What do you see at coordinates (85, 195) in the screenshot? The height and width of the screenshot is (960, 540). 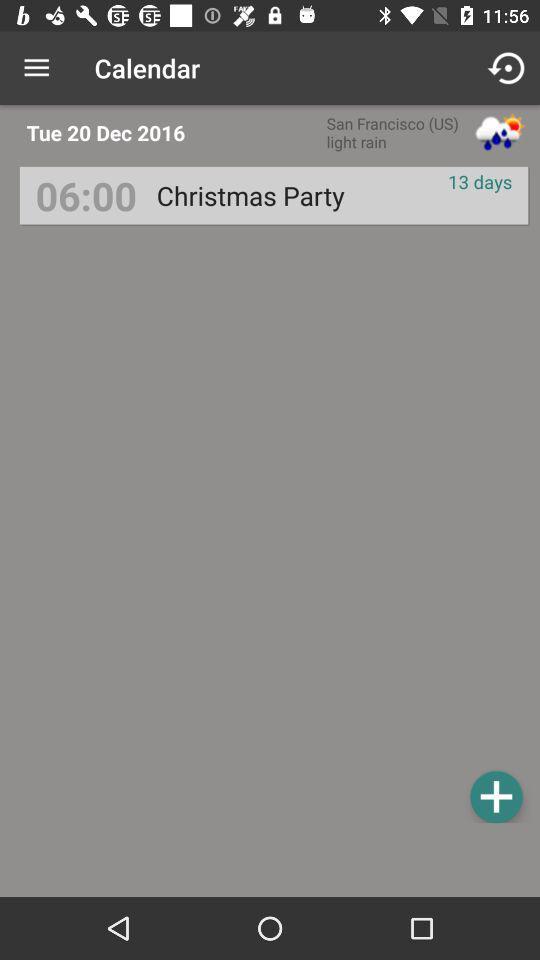 I see `06:00 item` at bounding box center [85, 195].